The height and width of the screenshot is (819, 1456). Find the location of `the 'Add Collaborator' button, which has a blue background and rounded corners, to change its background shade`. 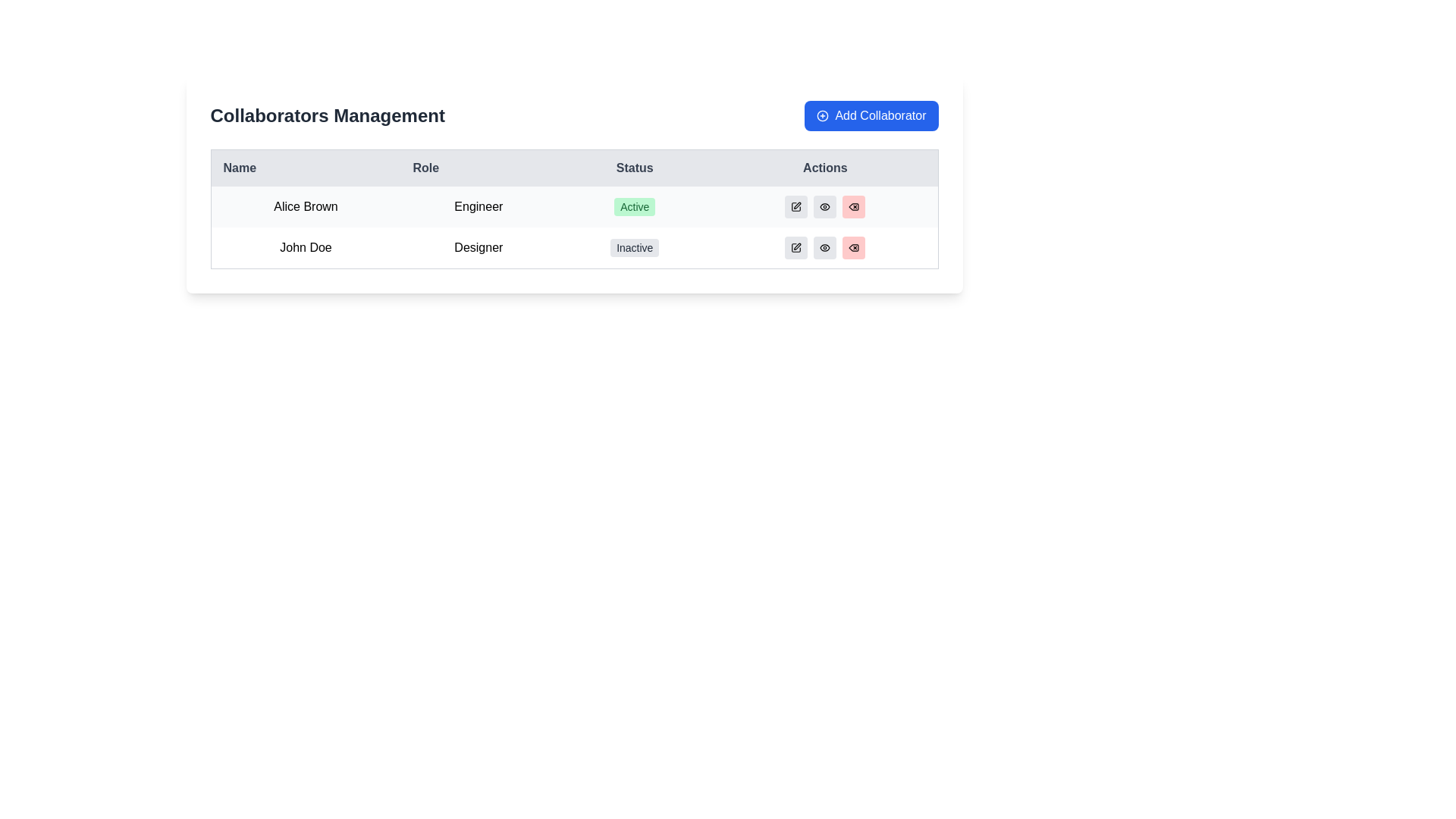

the 'Add Collaborator' button, which has a blue background and rounded corners, to change its background shade is located at coordinates (871, 115).